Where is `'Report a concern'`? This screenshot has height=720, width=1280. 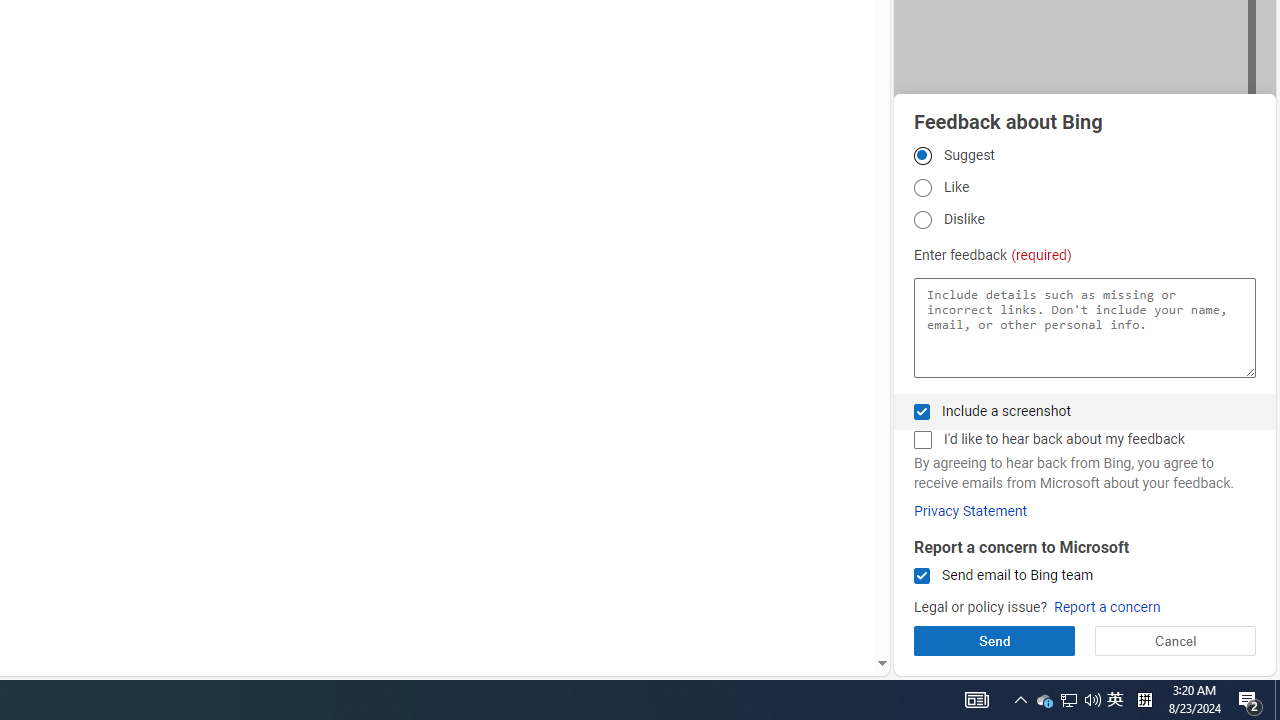 'Report a concern' is located at coordinates (1106, 606).